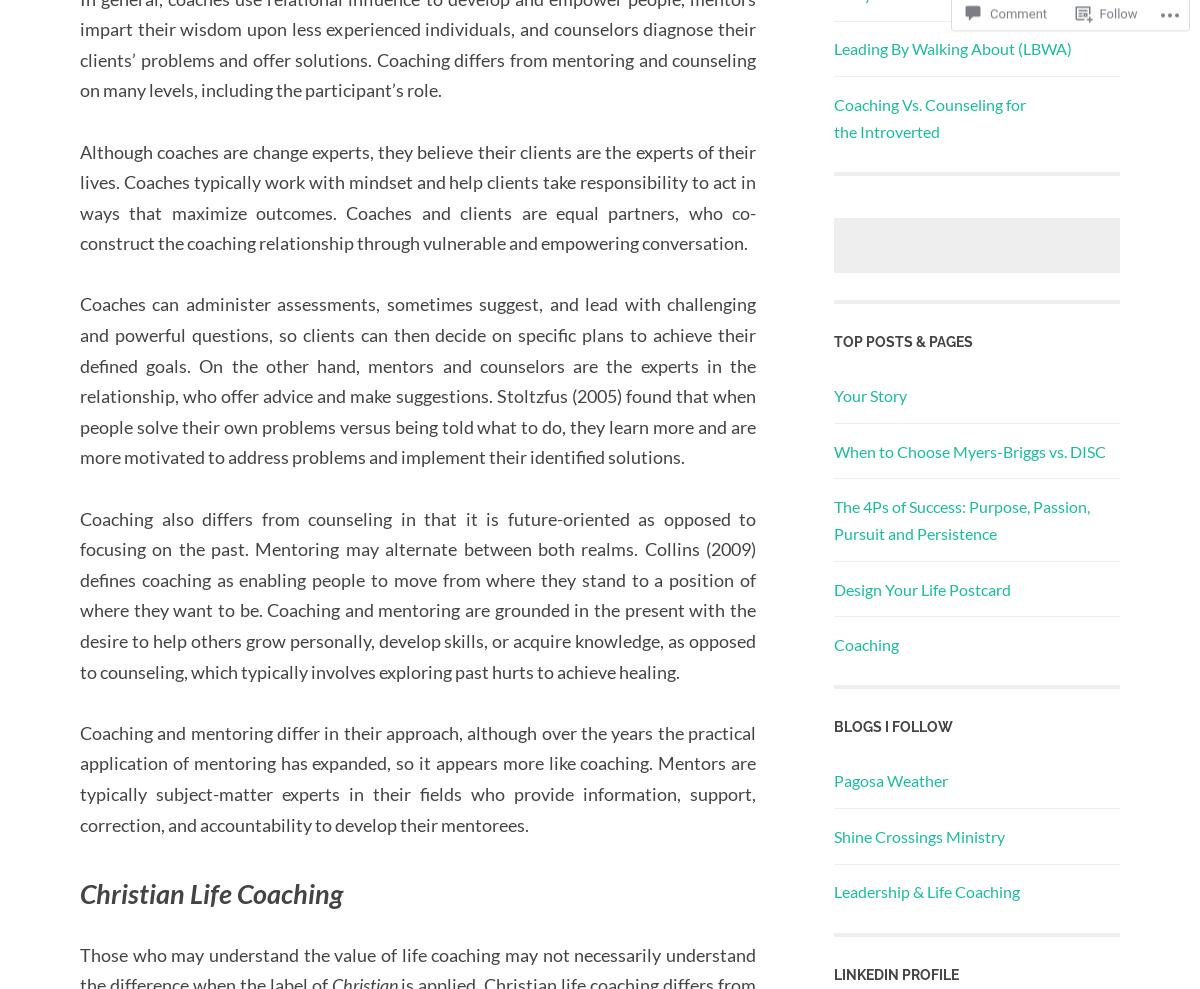 The height and width of the screenshot is (989, 1200). What do you see at coordinates (919, 835) in the screenshot?
I see `'Shine Crossings Ministry'` at bounding box center [919, 835].